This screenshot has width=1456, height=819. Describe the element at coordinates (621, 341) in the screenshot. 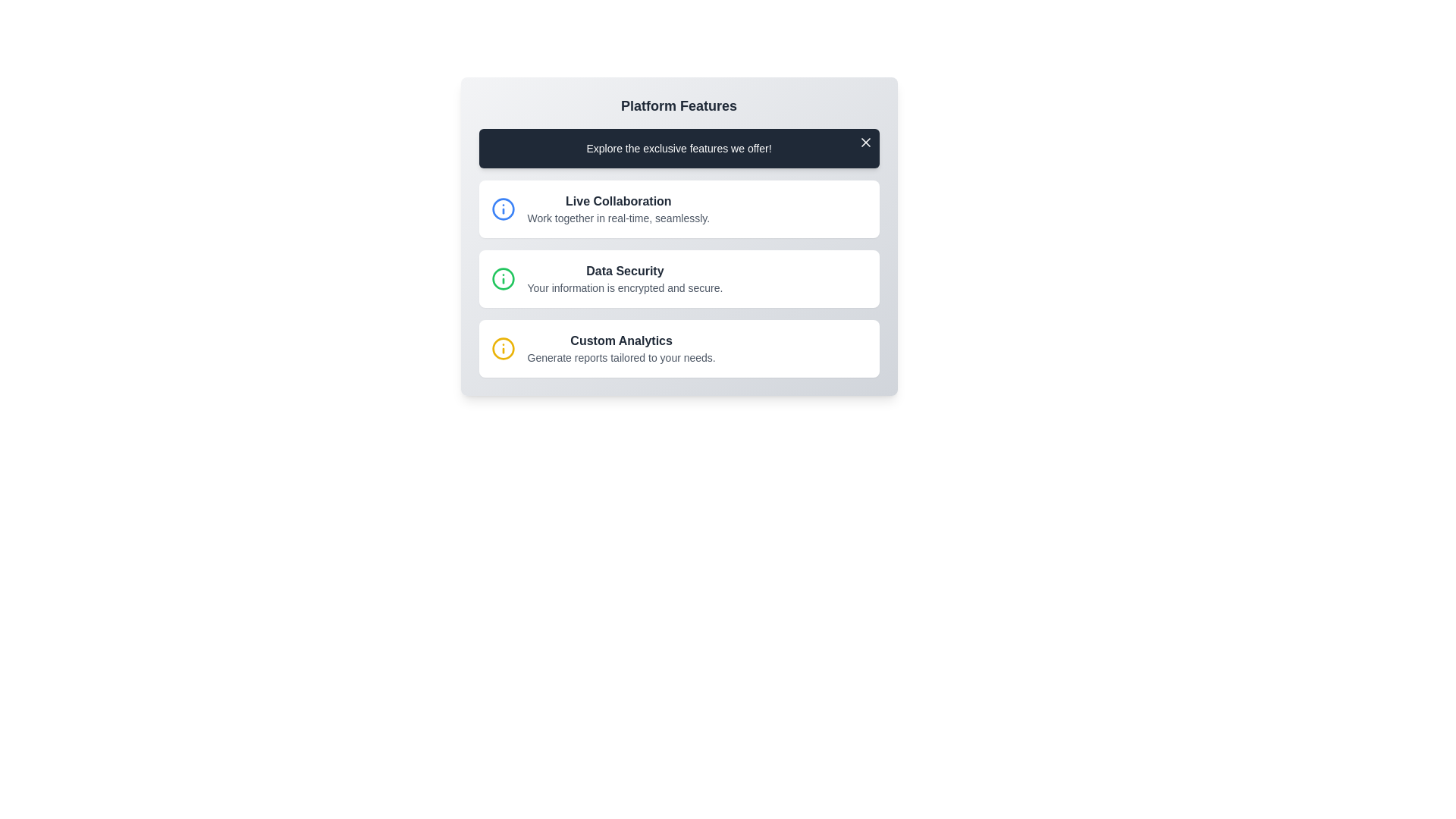

I see `the bolded text label reading 'Custom Analytics' located in the third row of a vertically stacked list of features, positioned below 'Live Collaboration' and 'Data Security'` at that location.